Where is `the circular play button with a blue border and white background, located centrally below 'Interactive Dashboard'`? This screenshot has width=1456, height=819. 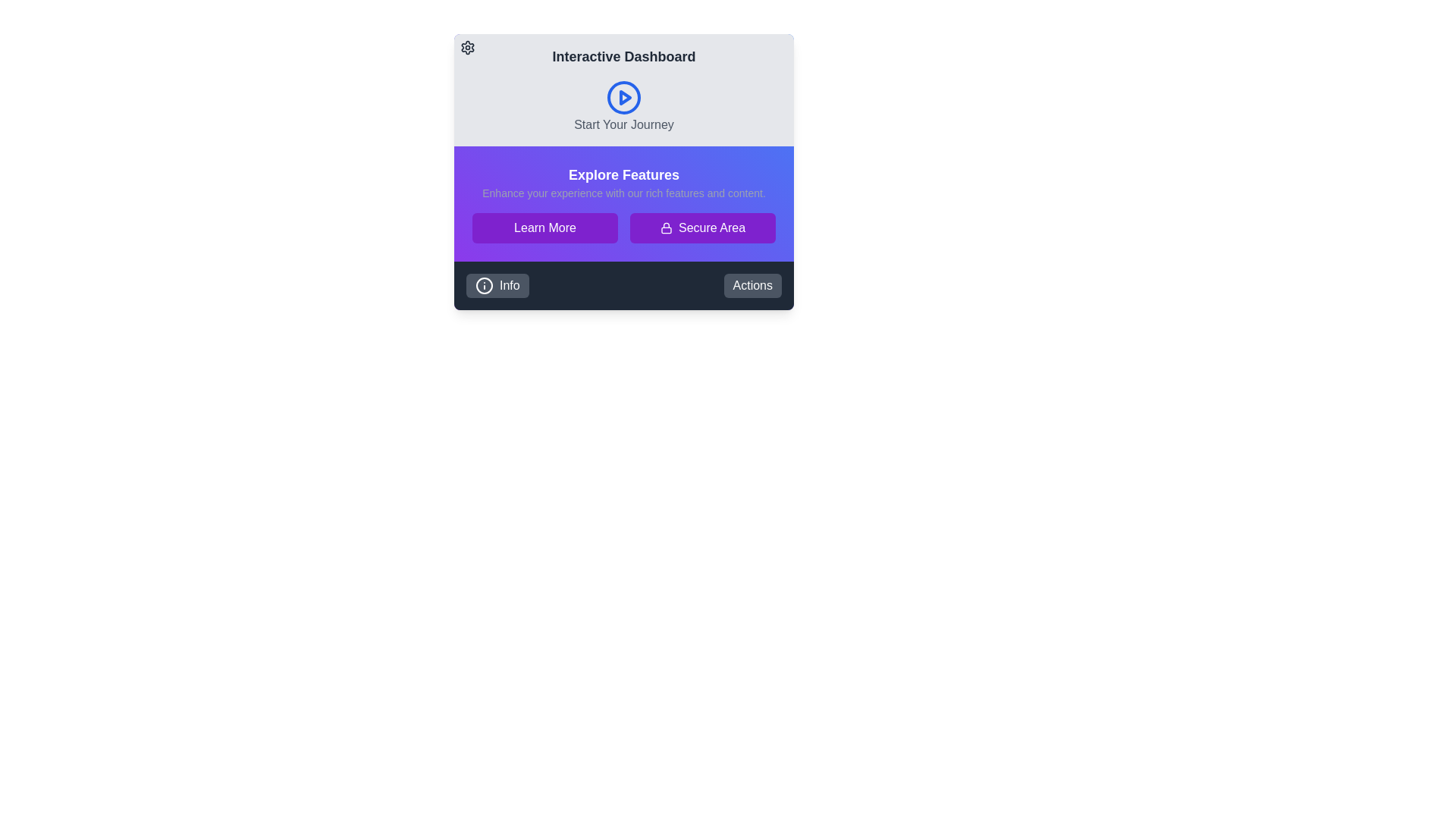 the circular play button with a blue border and white background, located centrally below 'Interactive Dashboard' is located at coordinates (623, 97).